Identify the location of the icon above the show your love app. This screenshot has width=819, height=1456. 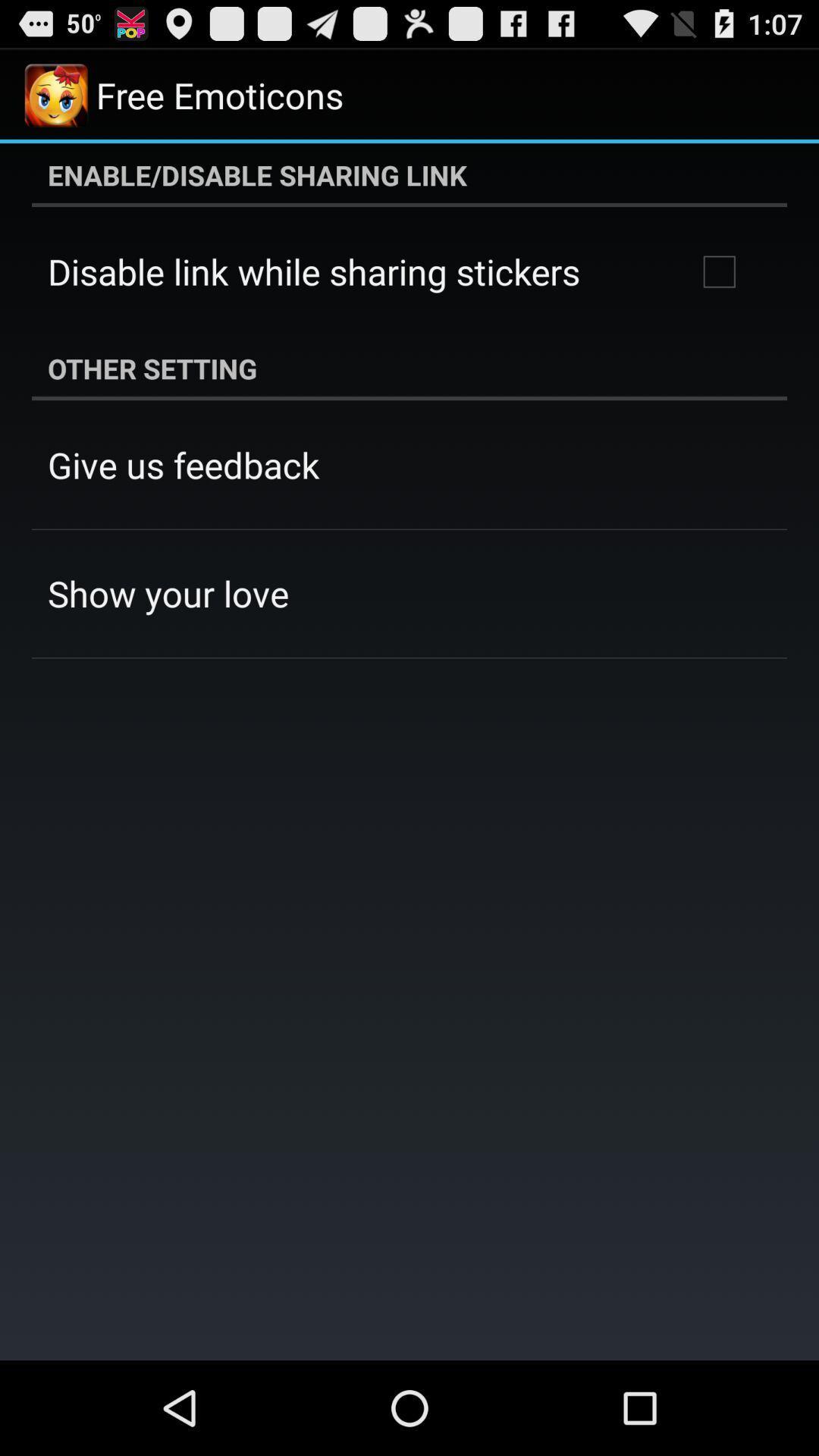
(183, 464).